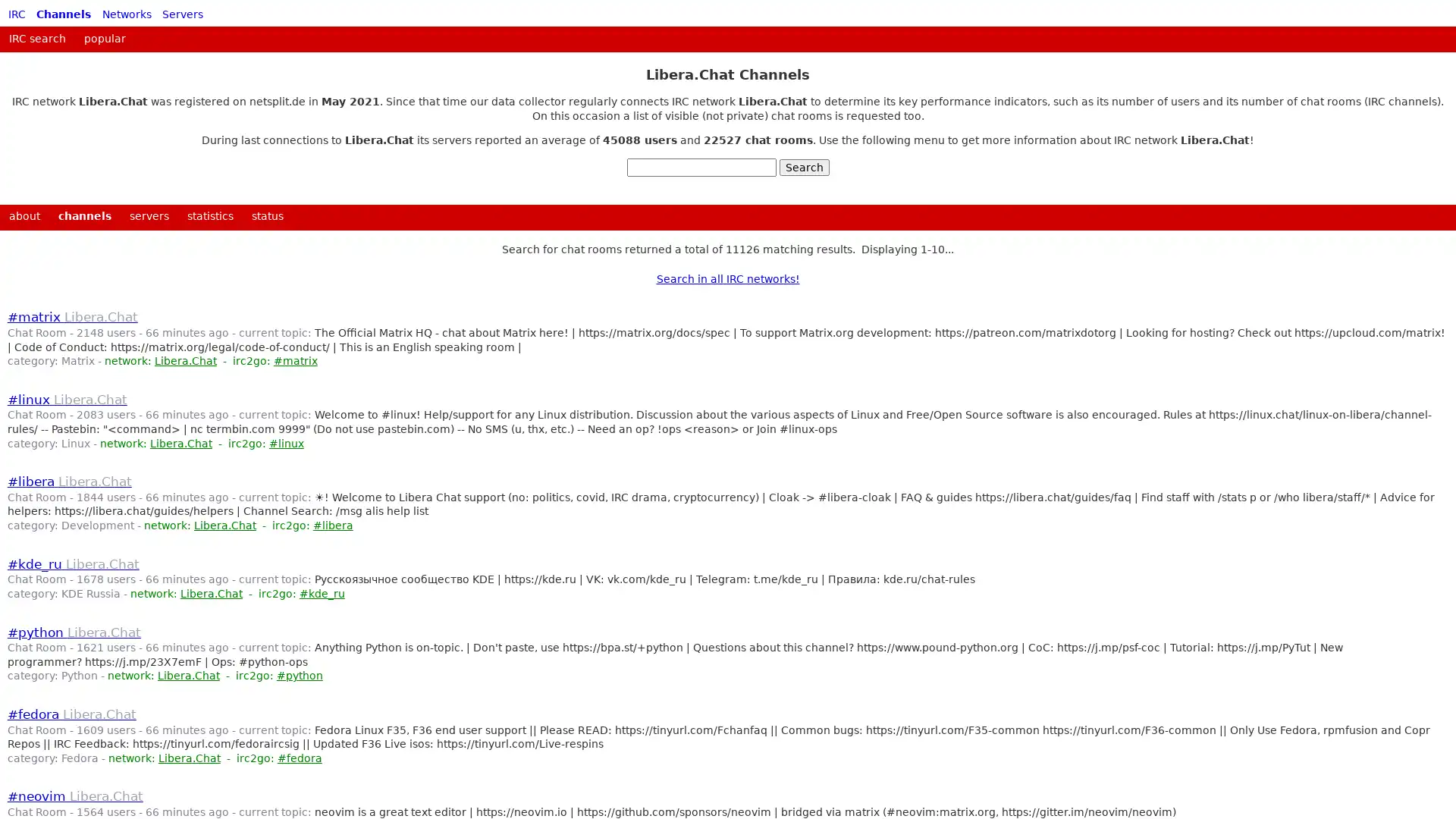 This screenshot has height=819, width=1456. Describe the element at coordinates (803, 166) in the screenshot. I see `Search` at that location.